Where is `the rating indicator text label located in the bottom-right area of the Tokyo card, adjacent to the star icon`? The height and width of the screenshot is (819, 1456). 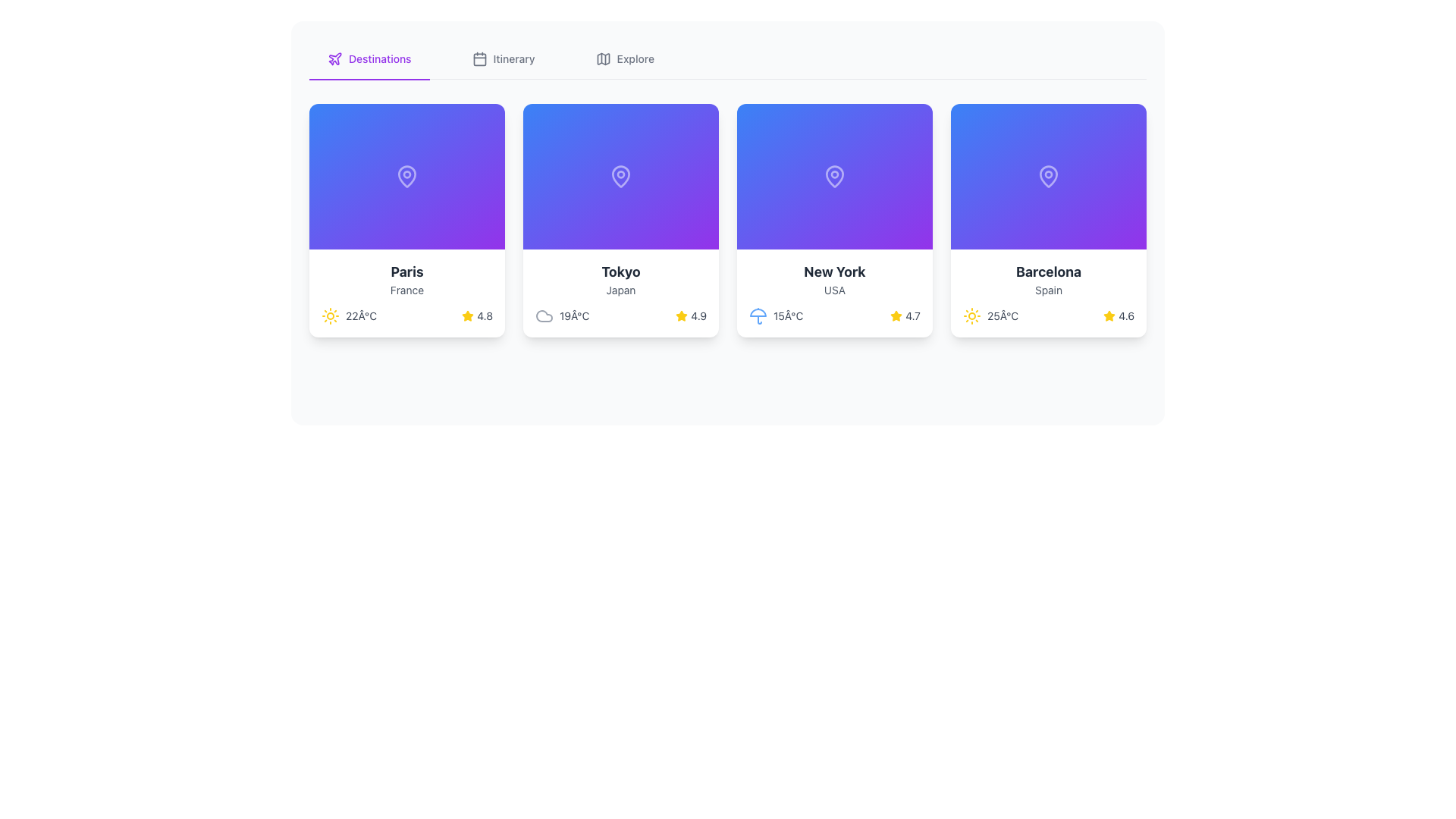
the rating indicator text label located in the bottom-right area of the Tokyo card, adjacent to the star icon is located at coordinates (698, 315).